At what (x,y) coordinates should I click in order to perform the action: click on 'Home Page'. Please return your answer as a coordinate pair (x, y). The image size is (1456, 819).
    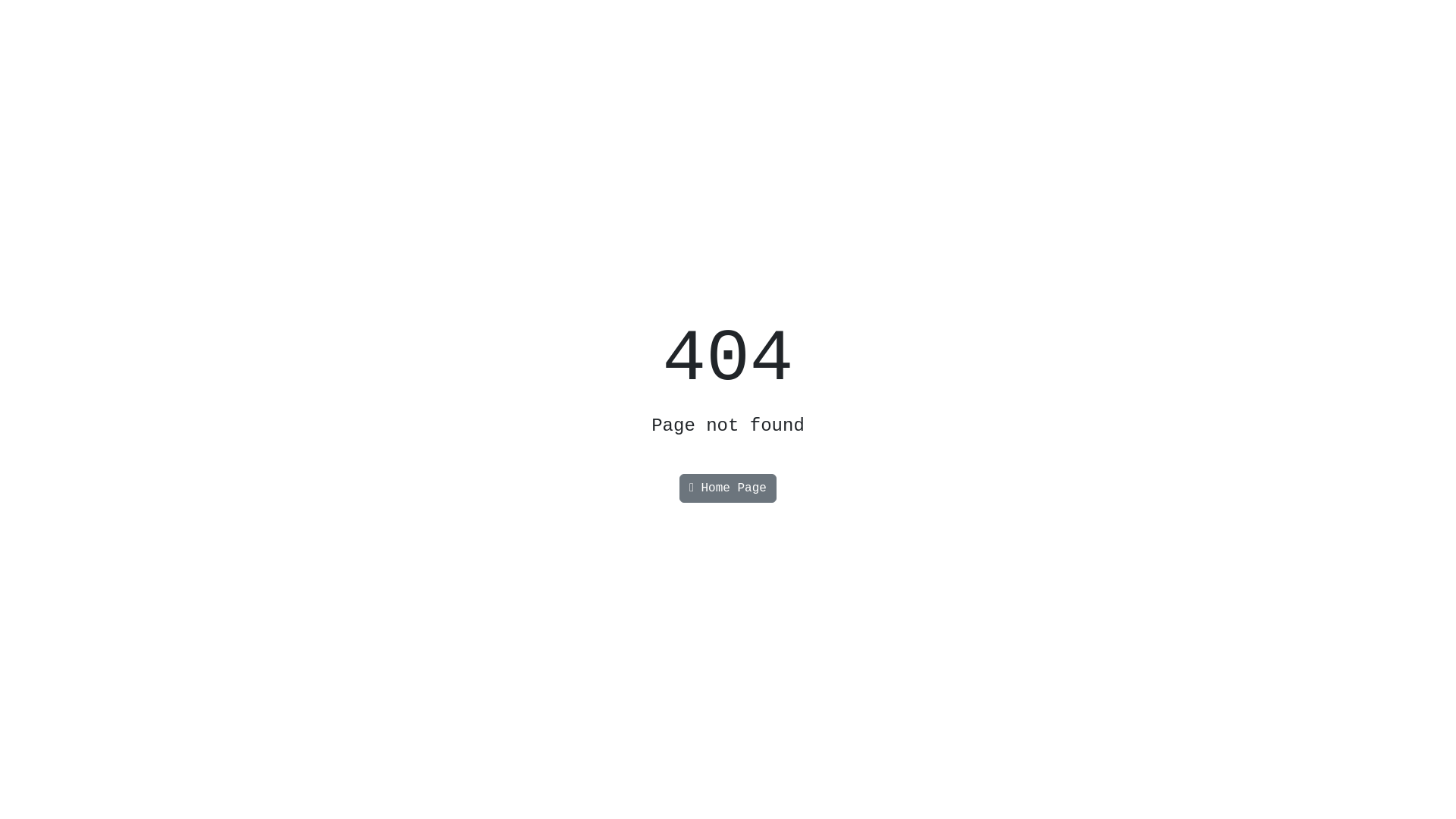
    Looking at the image, I should click on (728, 488).